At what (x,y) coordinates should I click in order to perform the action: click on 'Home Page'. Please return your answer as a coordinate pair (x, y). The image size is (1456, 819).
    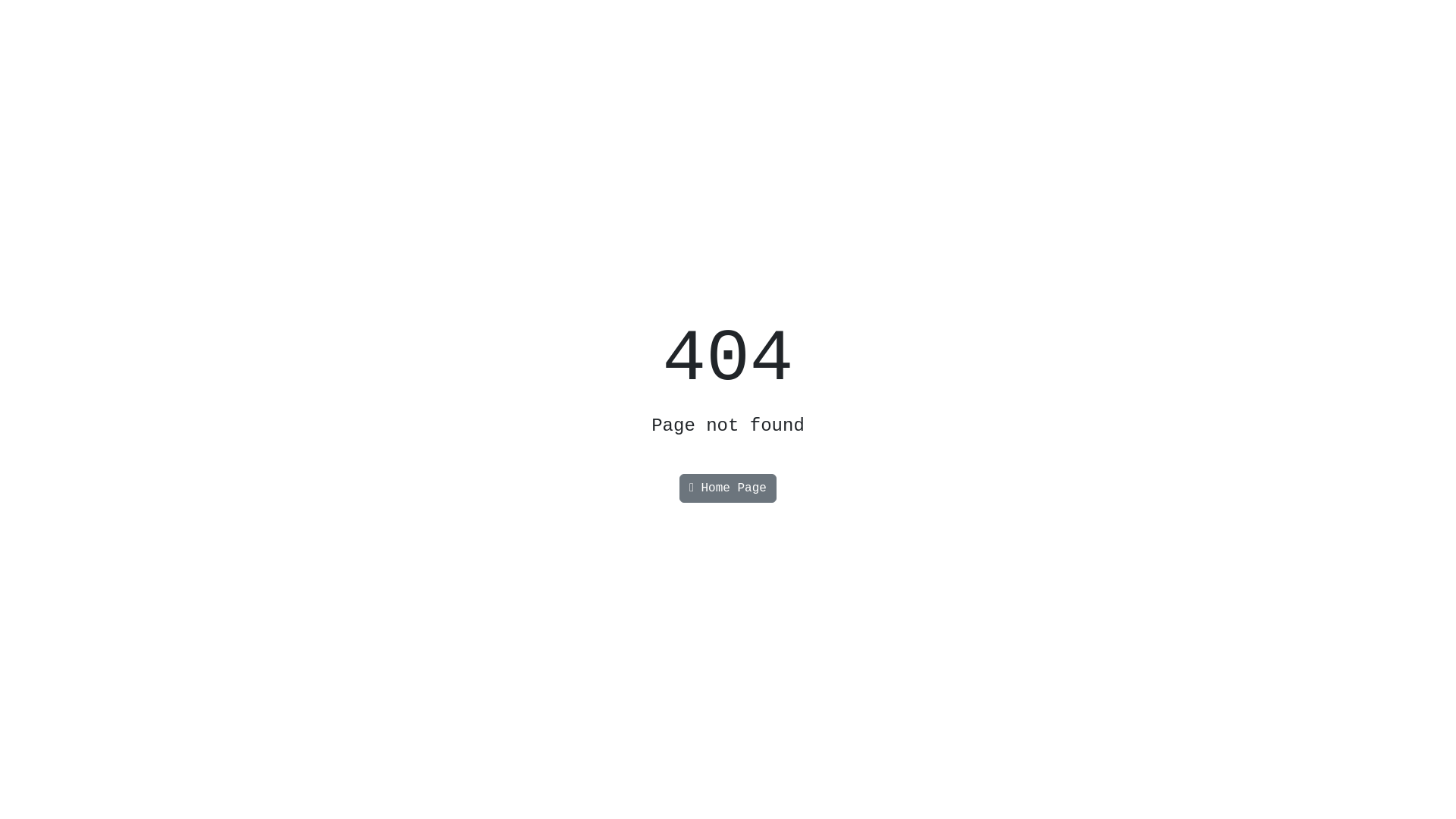
    Looking at the image, I should click on (728, 488).